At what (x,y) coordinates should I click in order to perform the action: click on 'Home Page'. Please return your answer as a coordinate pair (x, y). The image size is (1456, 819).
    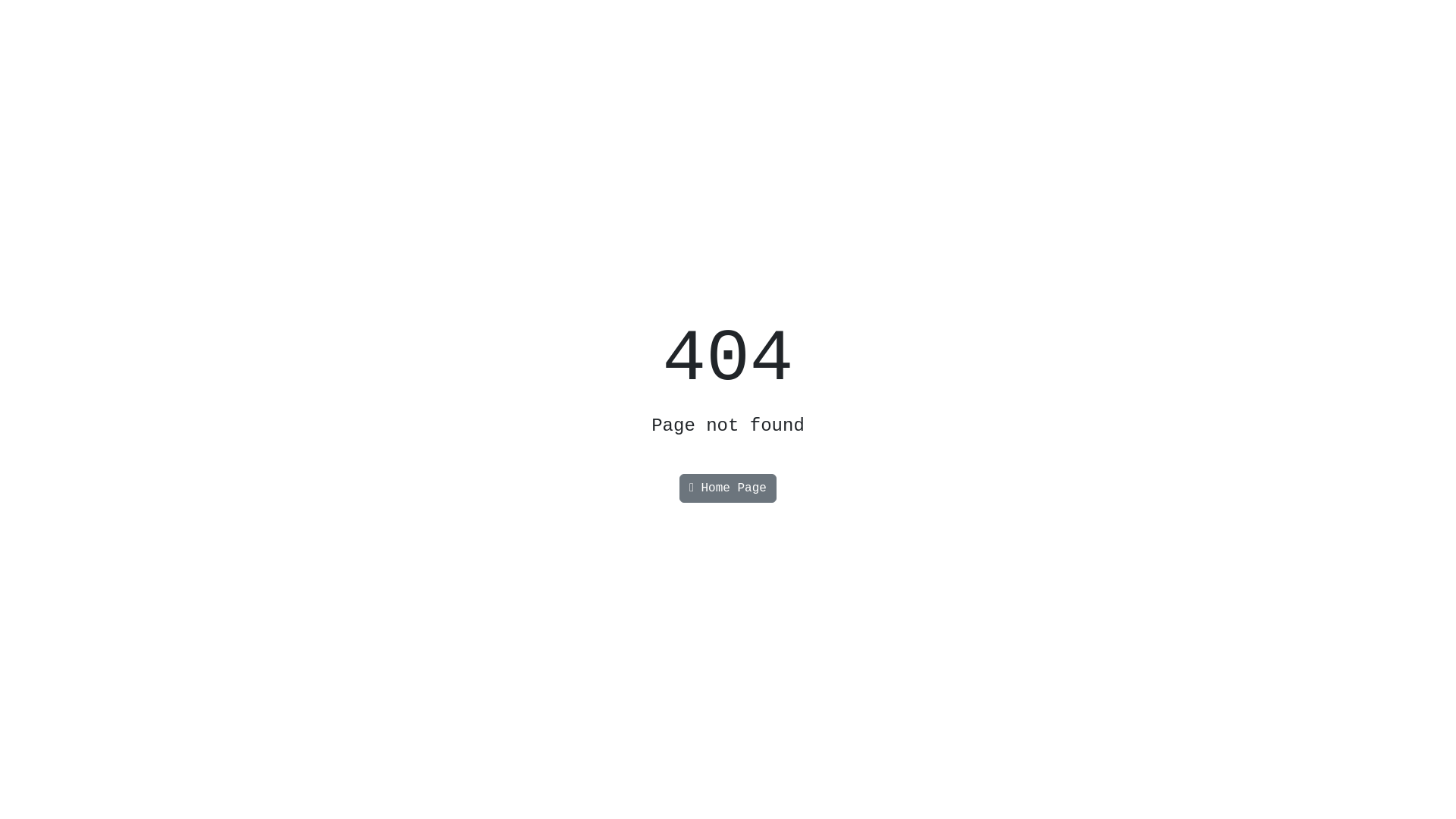
    Looking at the image, I should click on (728, 488).